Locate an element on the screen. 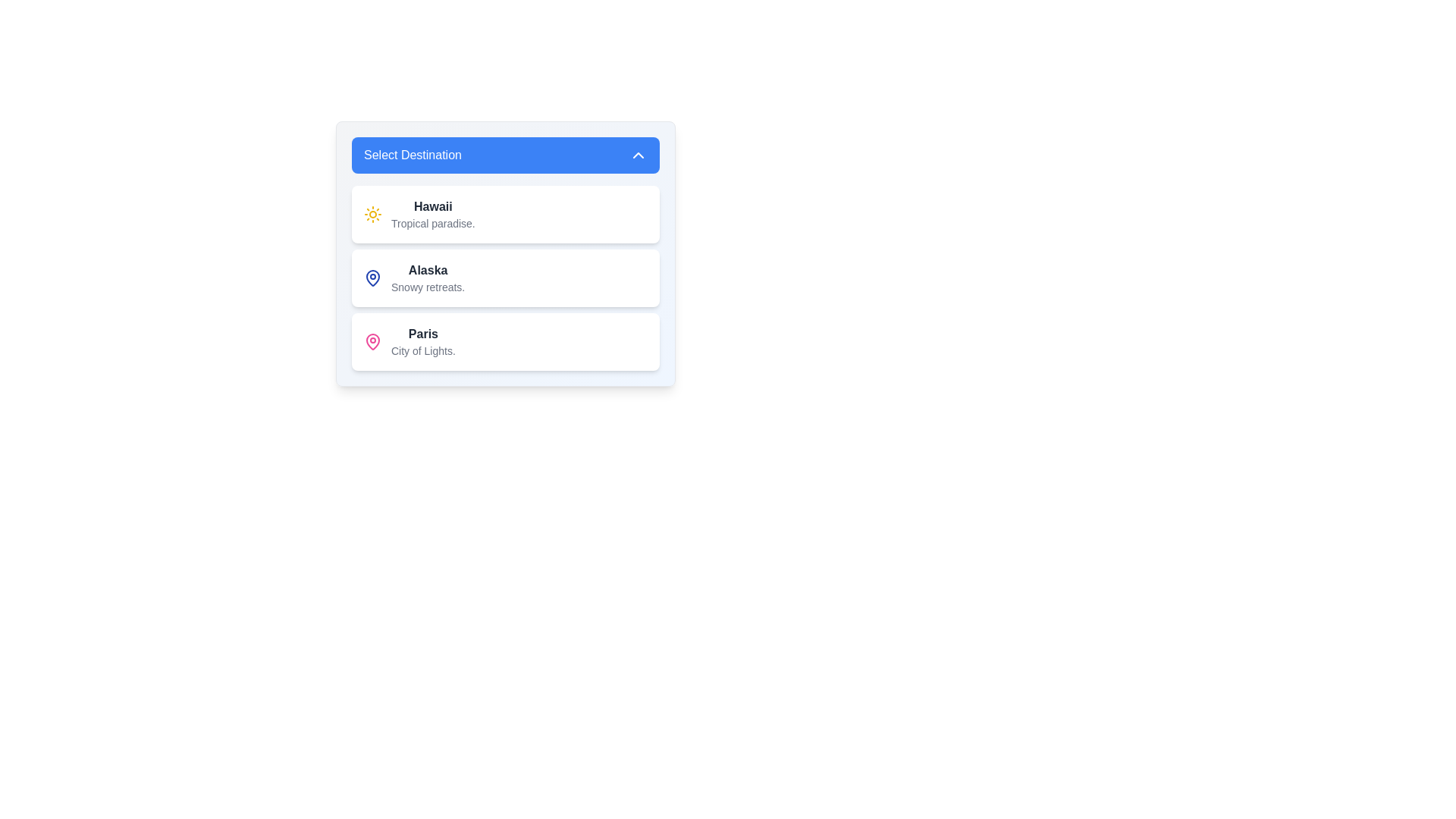  text display representing the Alaska travel destination, which is located in the 'Select Destination' section between the Hawaii and Paris options is located at coordinates (427, 278).